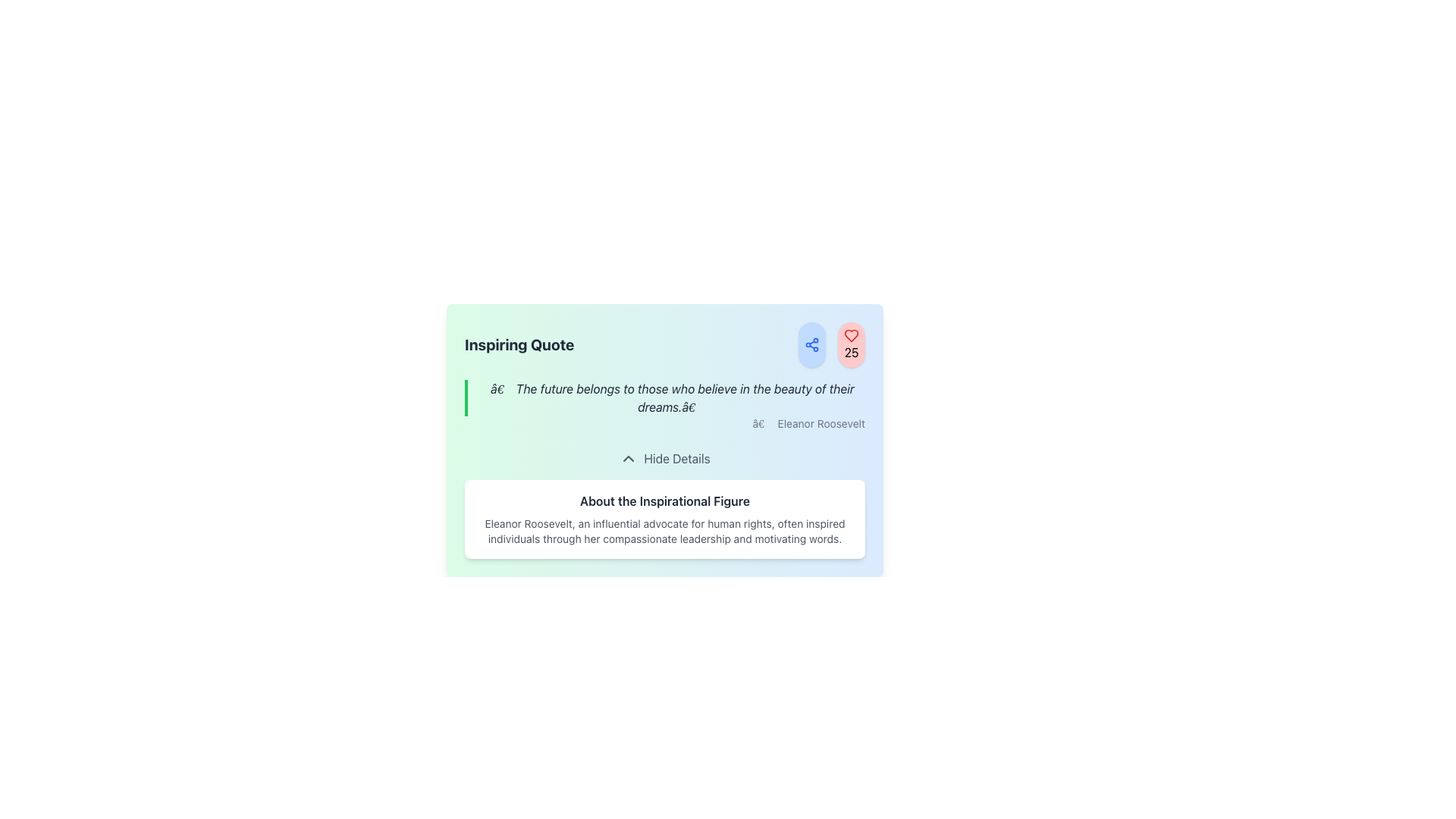 The image size is (1456, 819). Describe the element at coordinates (811, 345) in the screenshot. I see `the share button located at the top right corner of the card layout` at that location.